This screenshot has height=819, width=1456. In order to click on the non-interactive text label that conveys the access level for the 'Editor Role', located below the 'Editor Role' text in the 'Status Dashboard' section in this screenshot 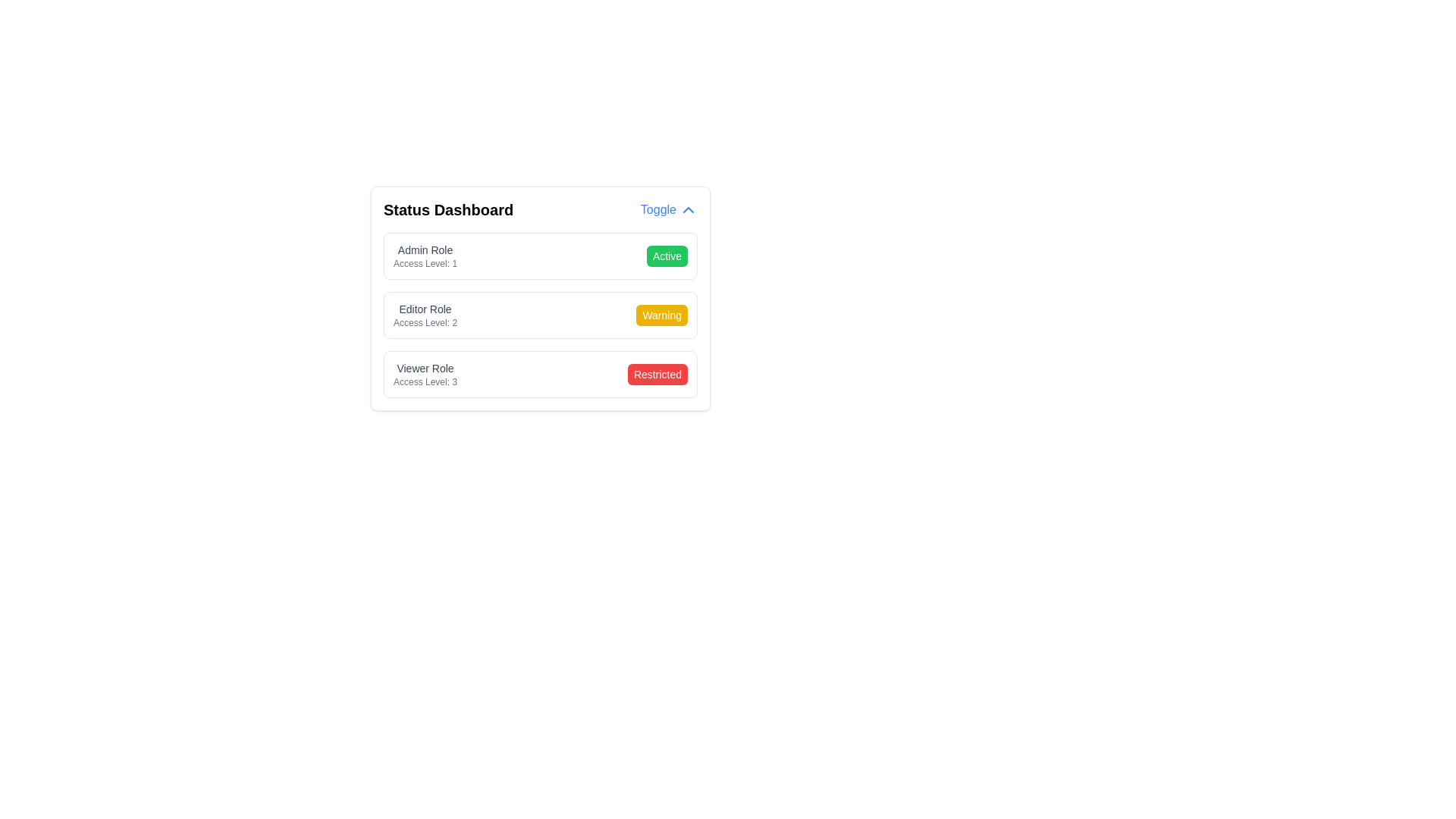, I will do `click(425, 322)`.